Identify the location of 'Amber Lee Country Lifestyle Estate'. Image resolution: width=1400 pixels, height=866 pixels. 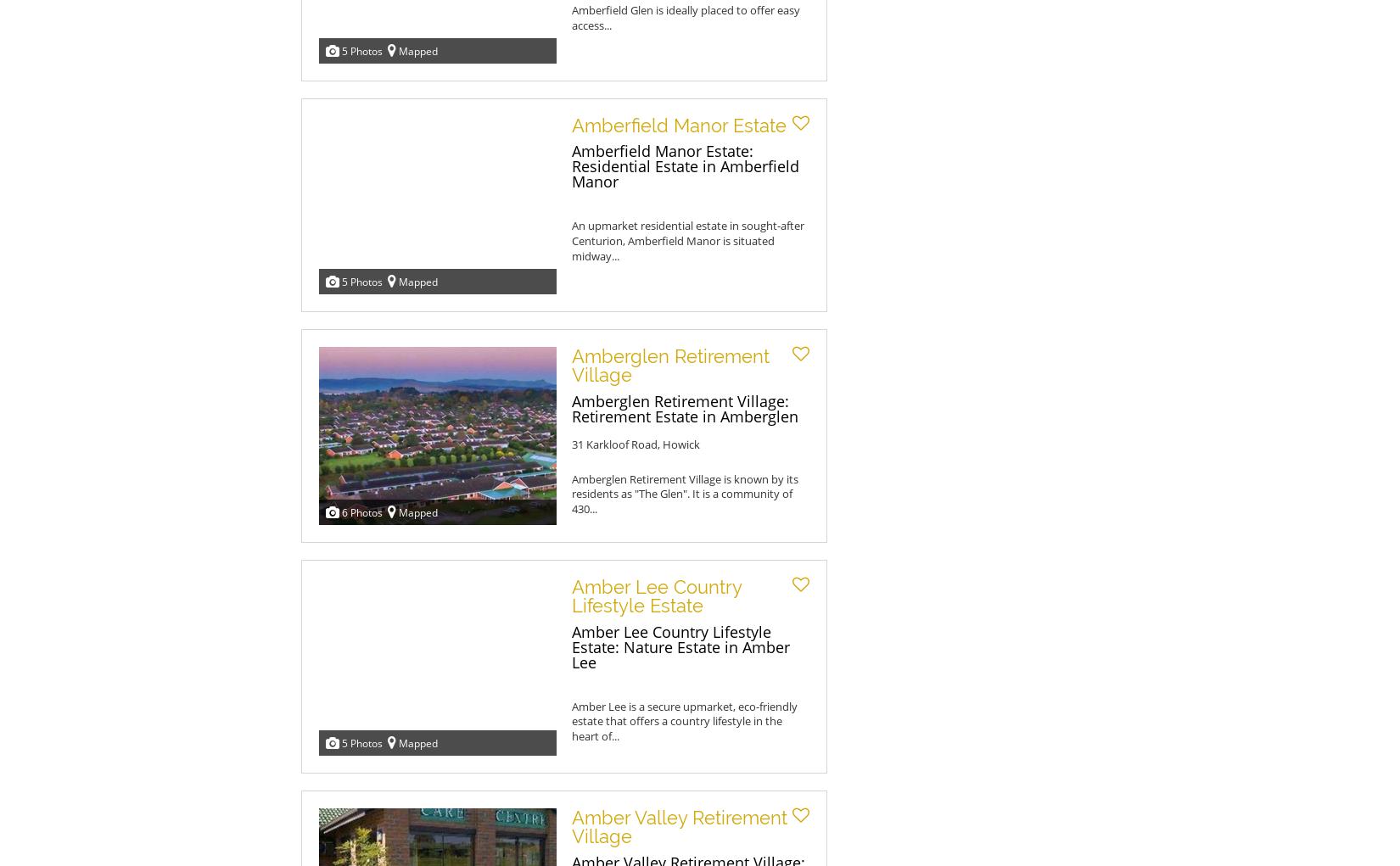
(656, 595).